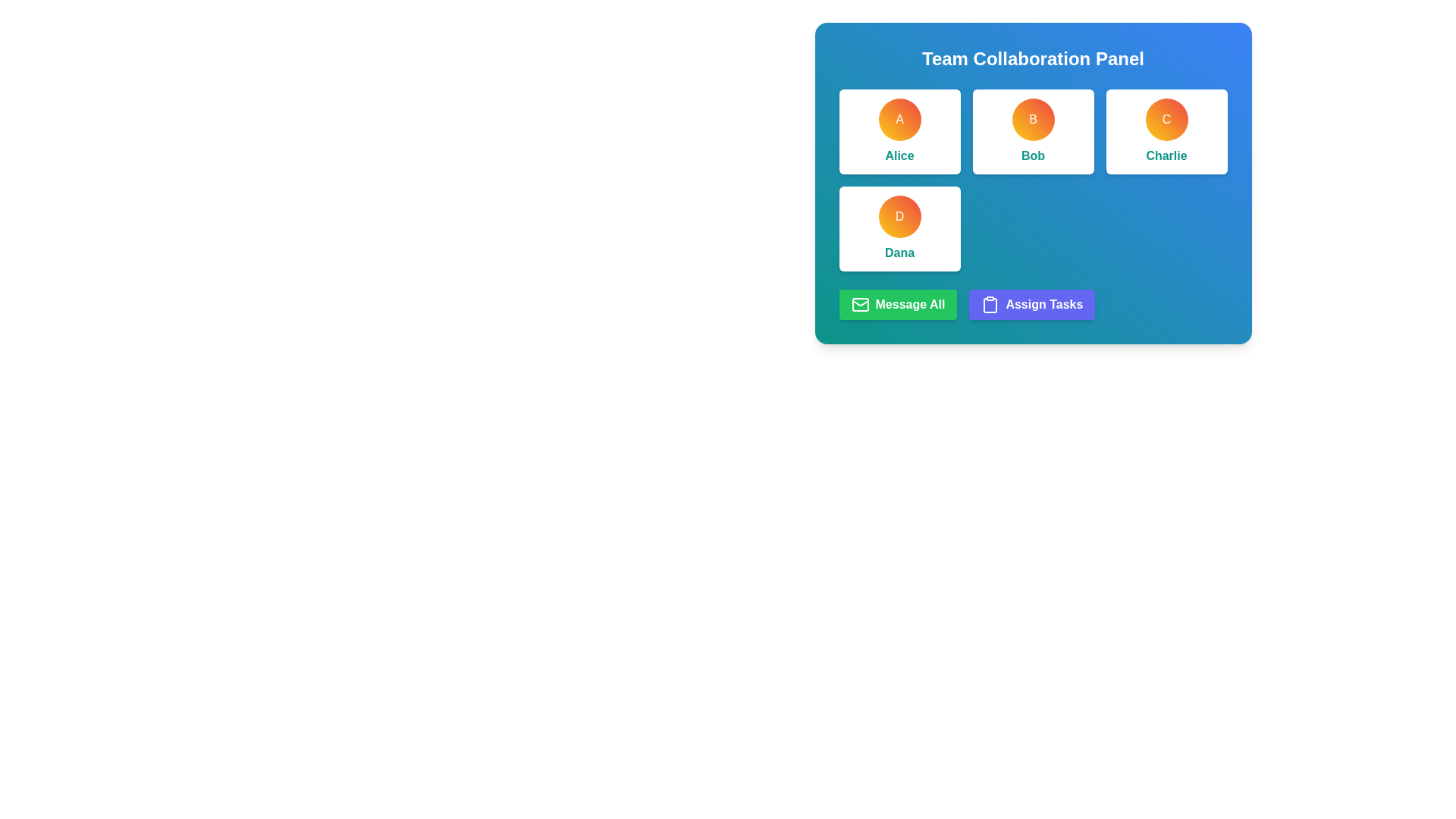 The height and width of the screenshot is (819, 1456). What do you see at coordinates (899, 216) in the screenshot?
I see `the graphical label representing 'Dana' within the blue 'Team Collaboration Panel'` at bounding box center [899, 216].